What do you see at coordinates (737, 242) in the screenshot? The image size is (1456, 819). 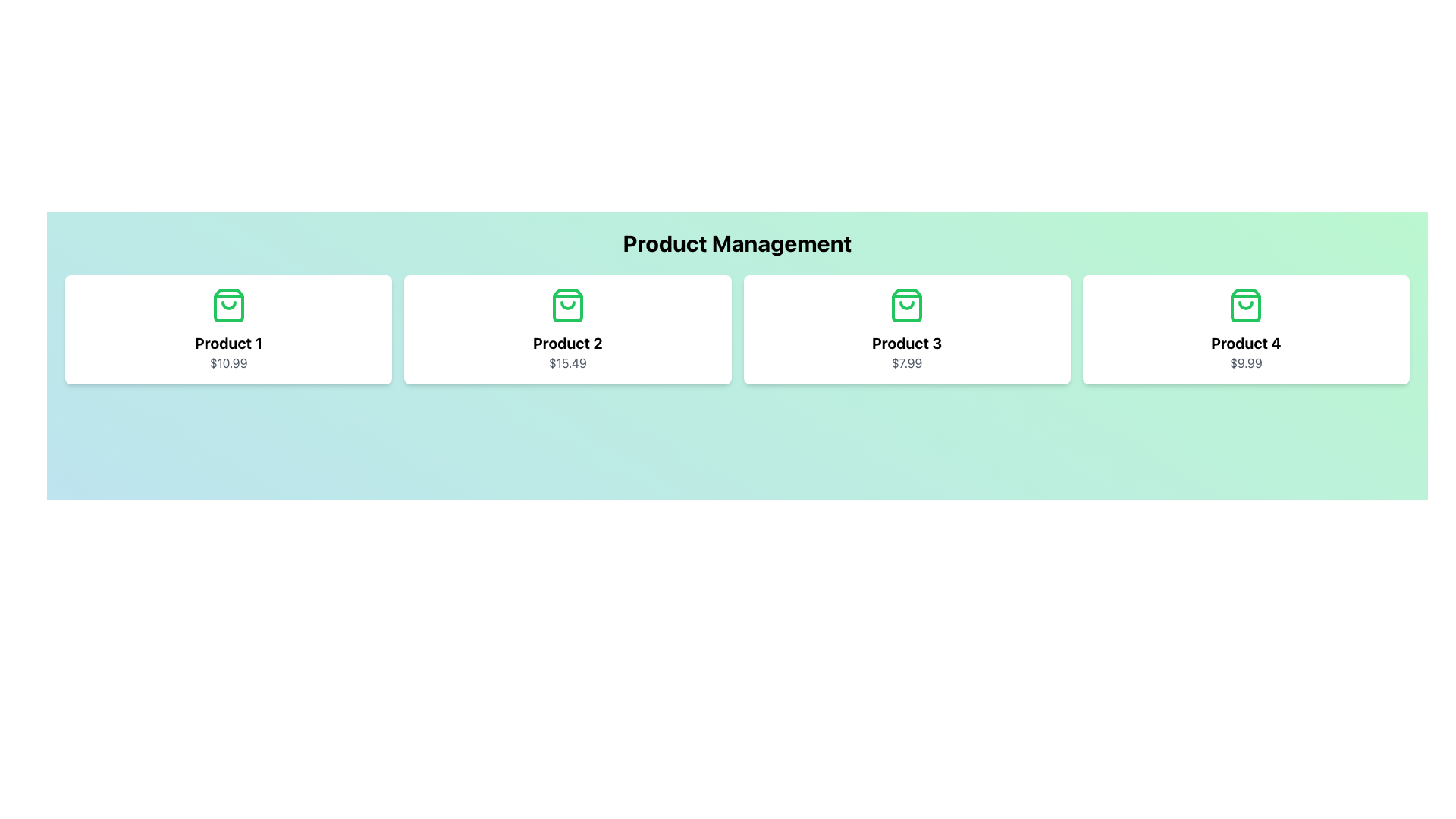 I see `text element displaying 'Product Management' which is bold and centered at the top of the interface` at bounding box center [737, 242].